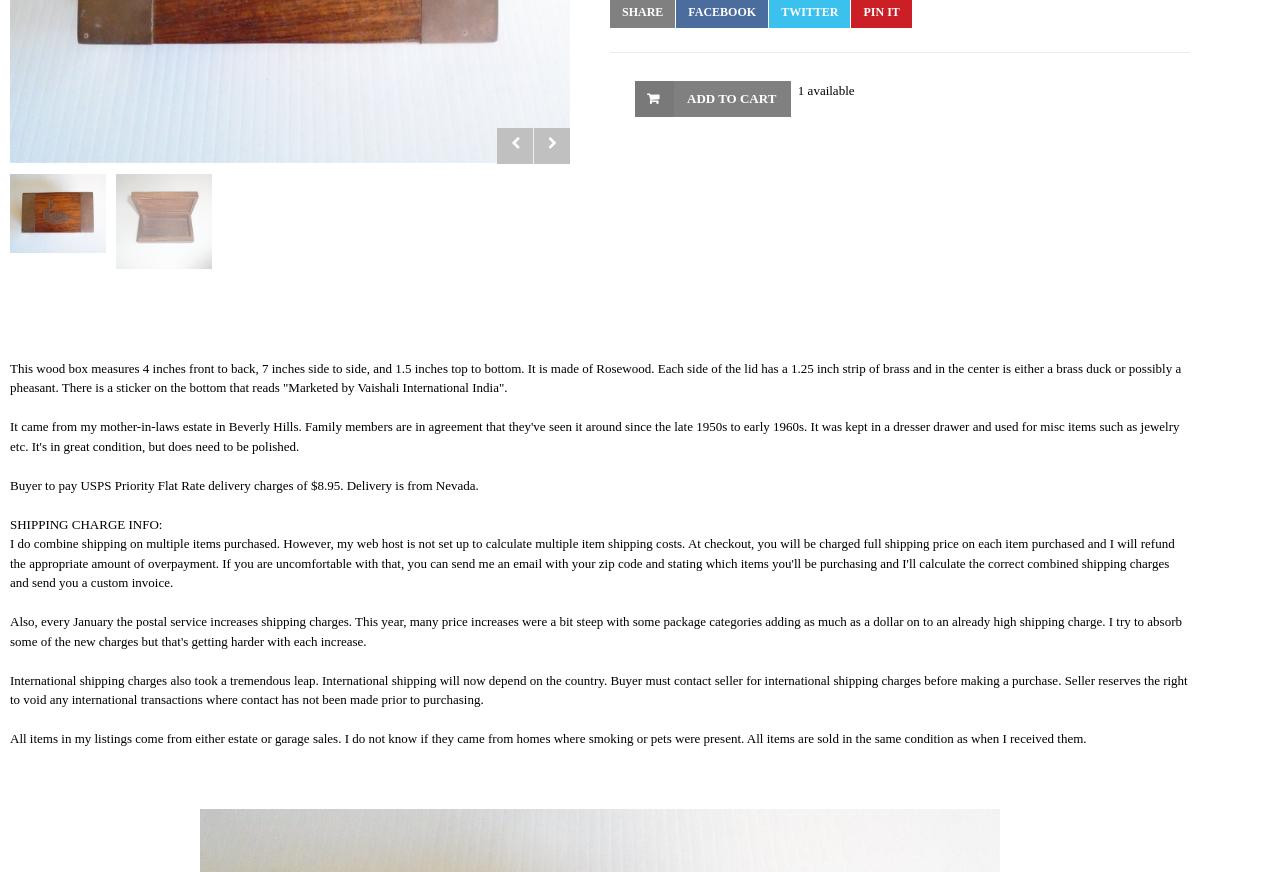 The image size is (1280, 872). I want to click on 'Buyer to pay USPS Priority Flat Rate delivery charges of $8.95. Delivery is from Nevada.', so click(242, 483).